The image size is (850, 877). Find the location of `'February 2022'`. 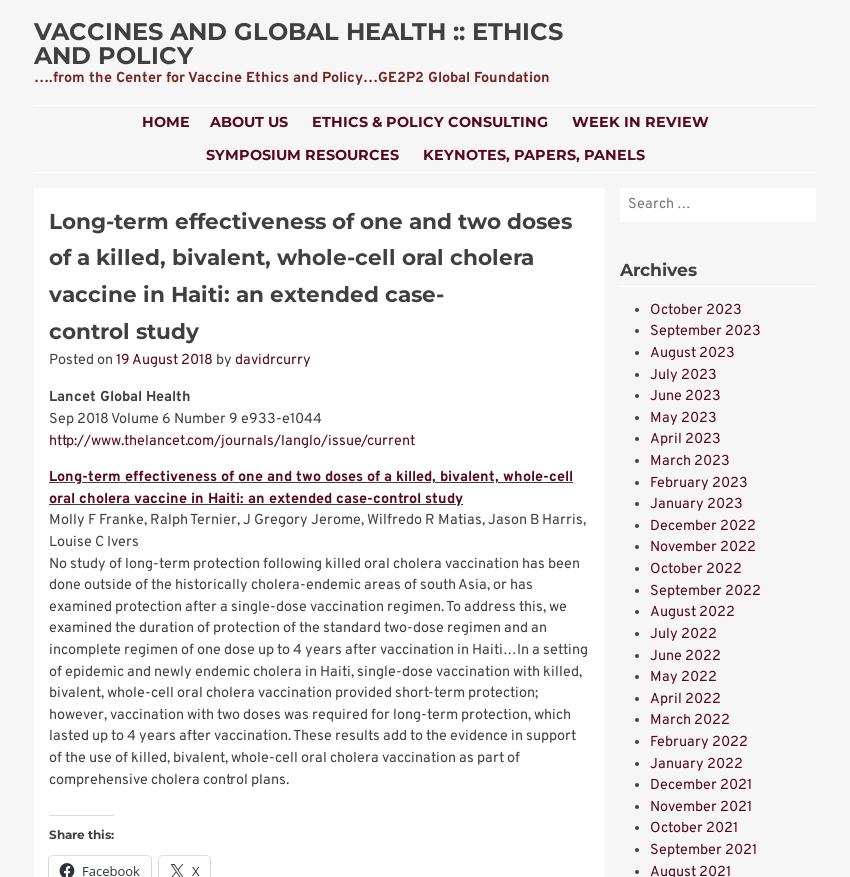

'February 2022' is located at coordinates (698, 741).